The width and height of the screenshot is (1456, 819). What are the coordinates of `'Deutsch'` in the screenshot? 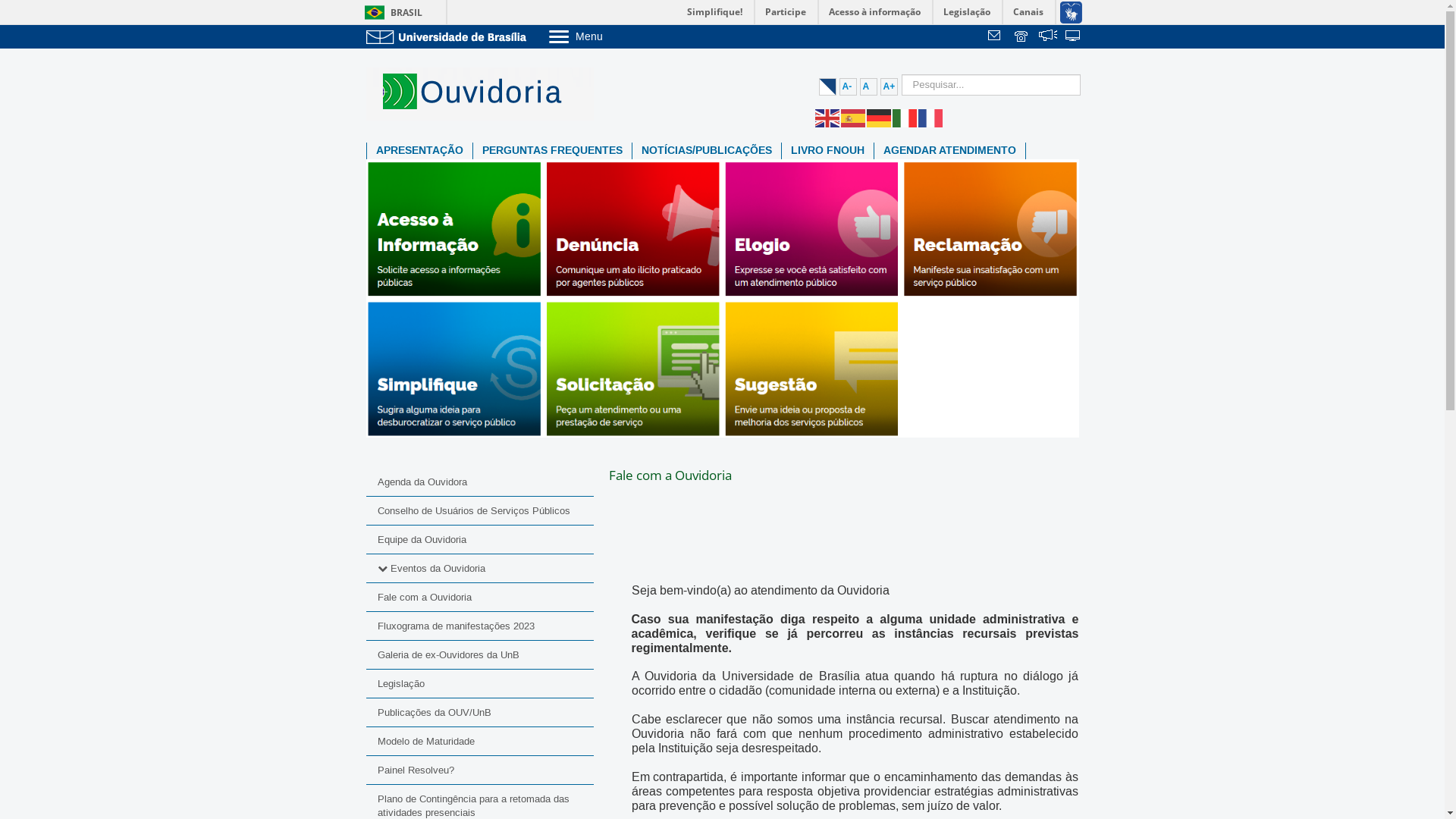 It's located at (878, 116).